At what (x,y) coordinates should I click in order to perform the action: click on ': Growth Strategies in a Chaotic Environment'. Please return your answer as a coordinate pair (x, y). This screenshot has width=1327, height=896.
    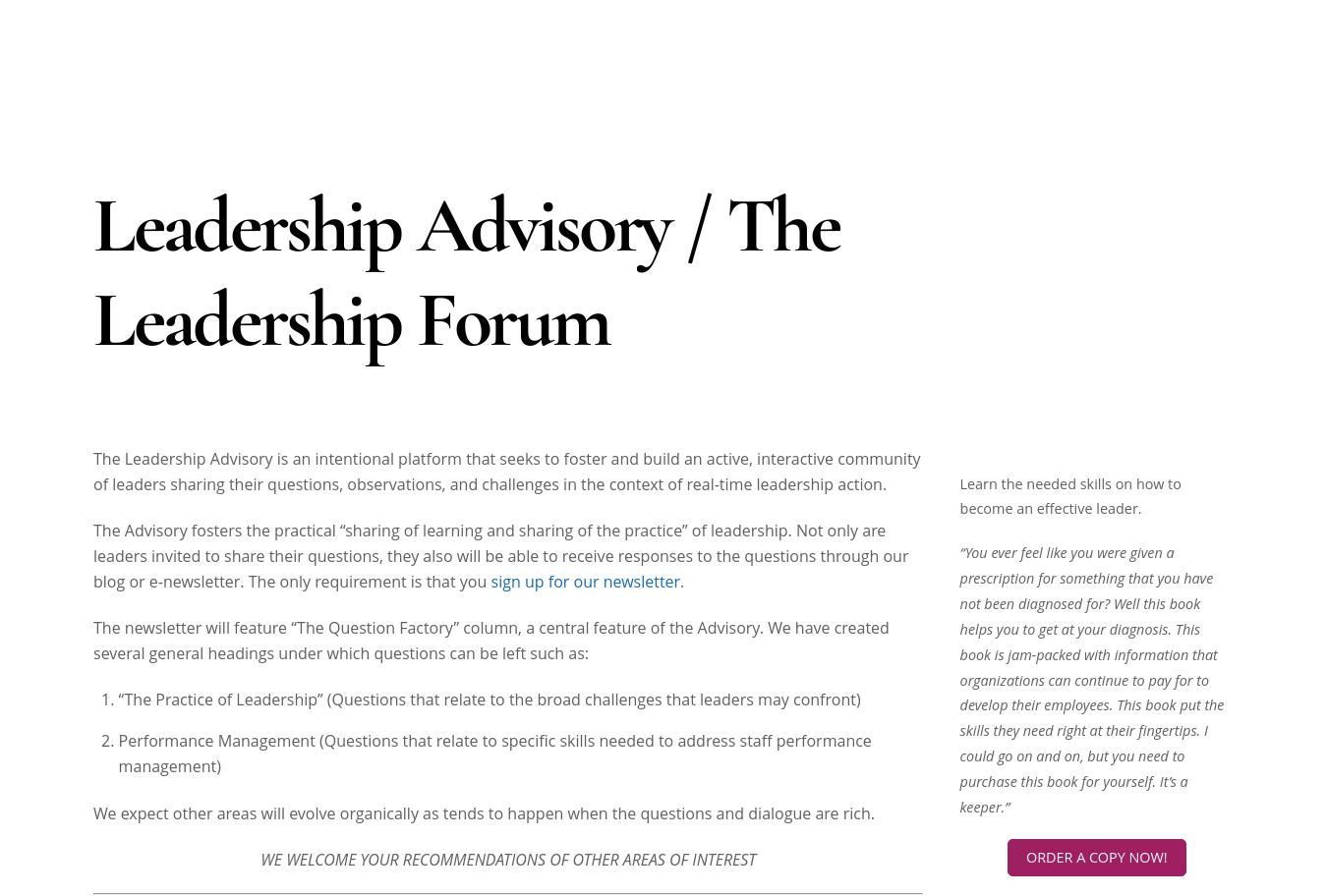
    Looking at the image, I should click on (1080, 29).